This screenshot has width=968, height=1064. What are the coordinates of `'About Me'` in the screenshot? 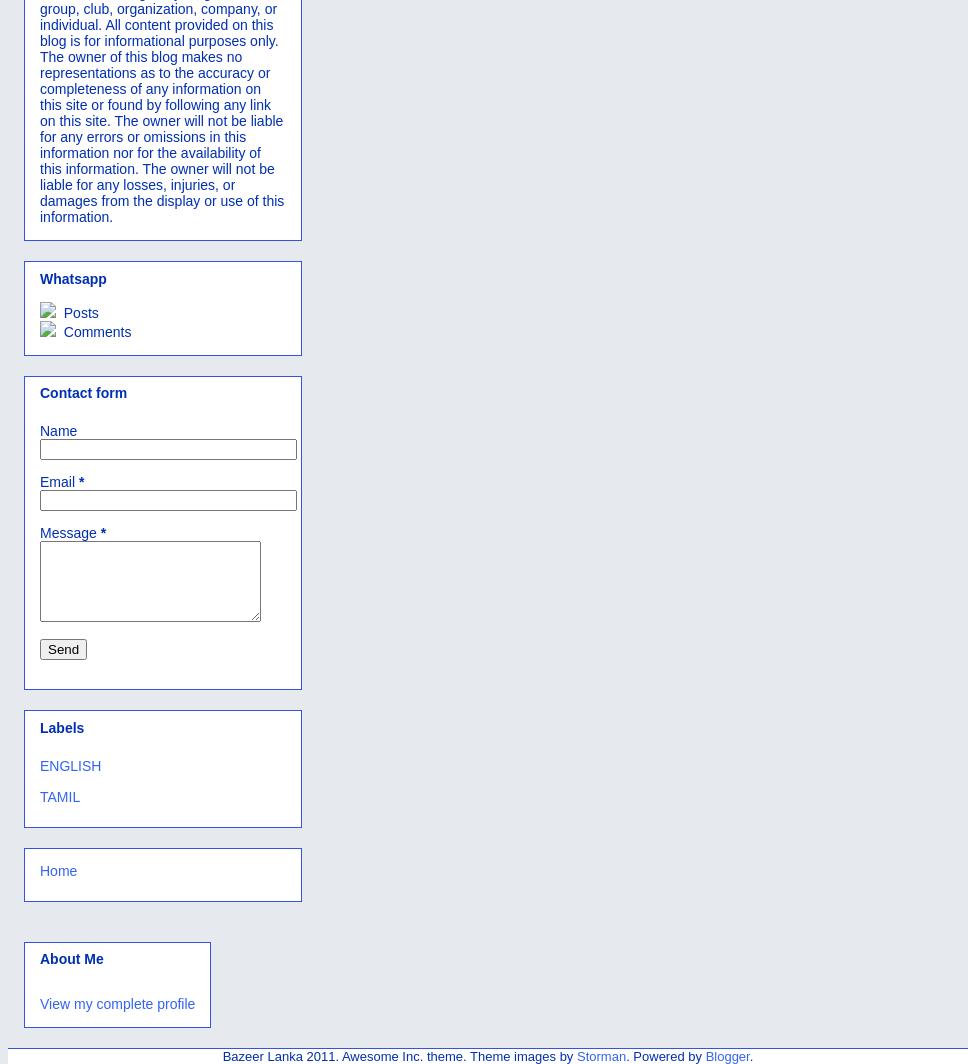 It's located at (70, 958).